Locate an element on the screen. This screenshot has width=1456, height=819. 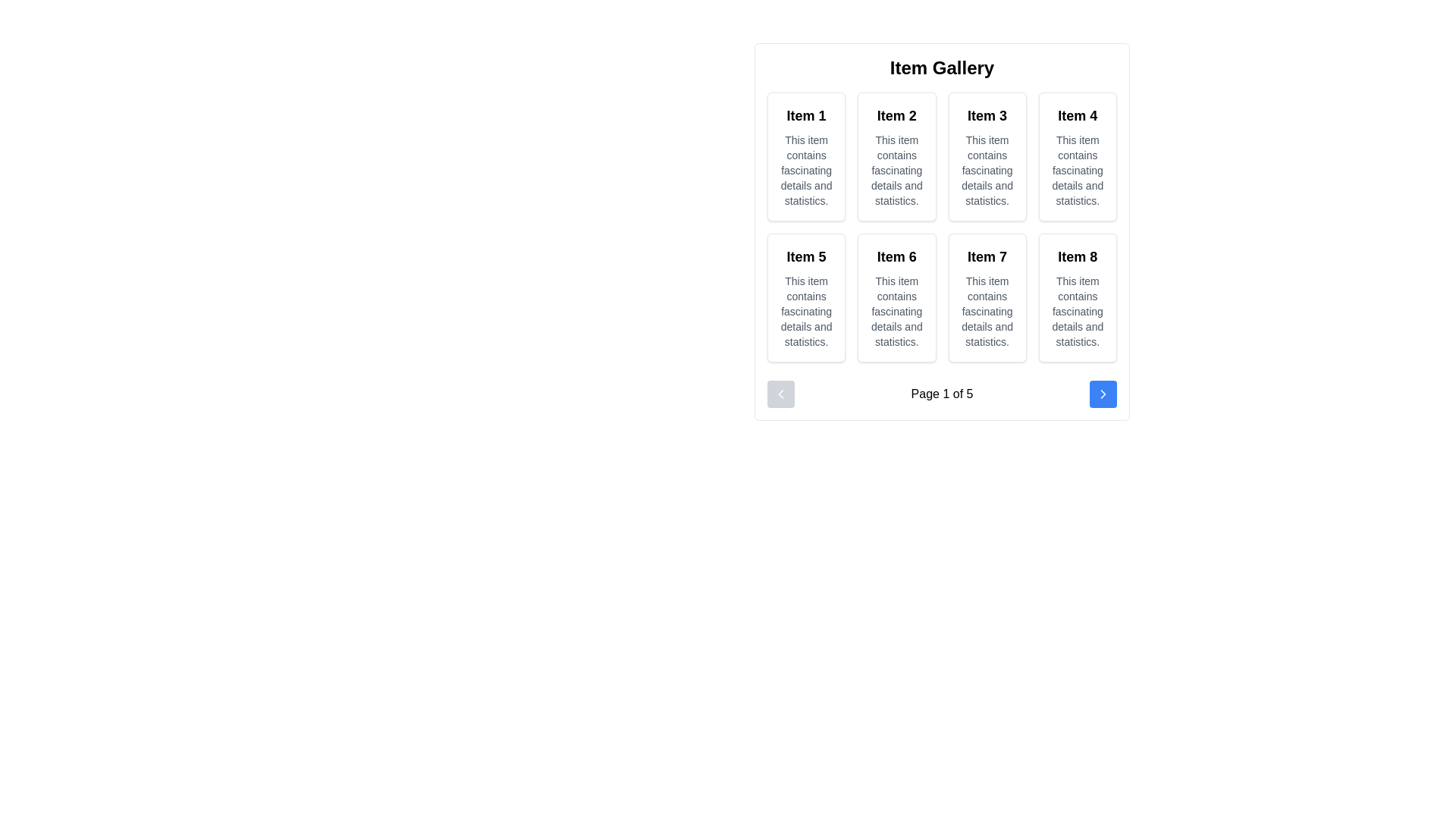
the card displaying 'Item 7', which is located in the second row, third column of the grid layout is located at coordinates (987, 298).